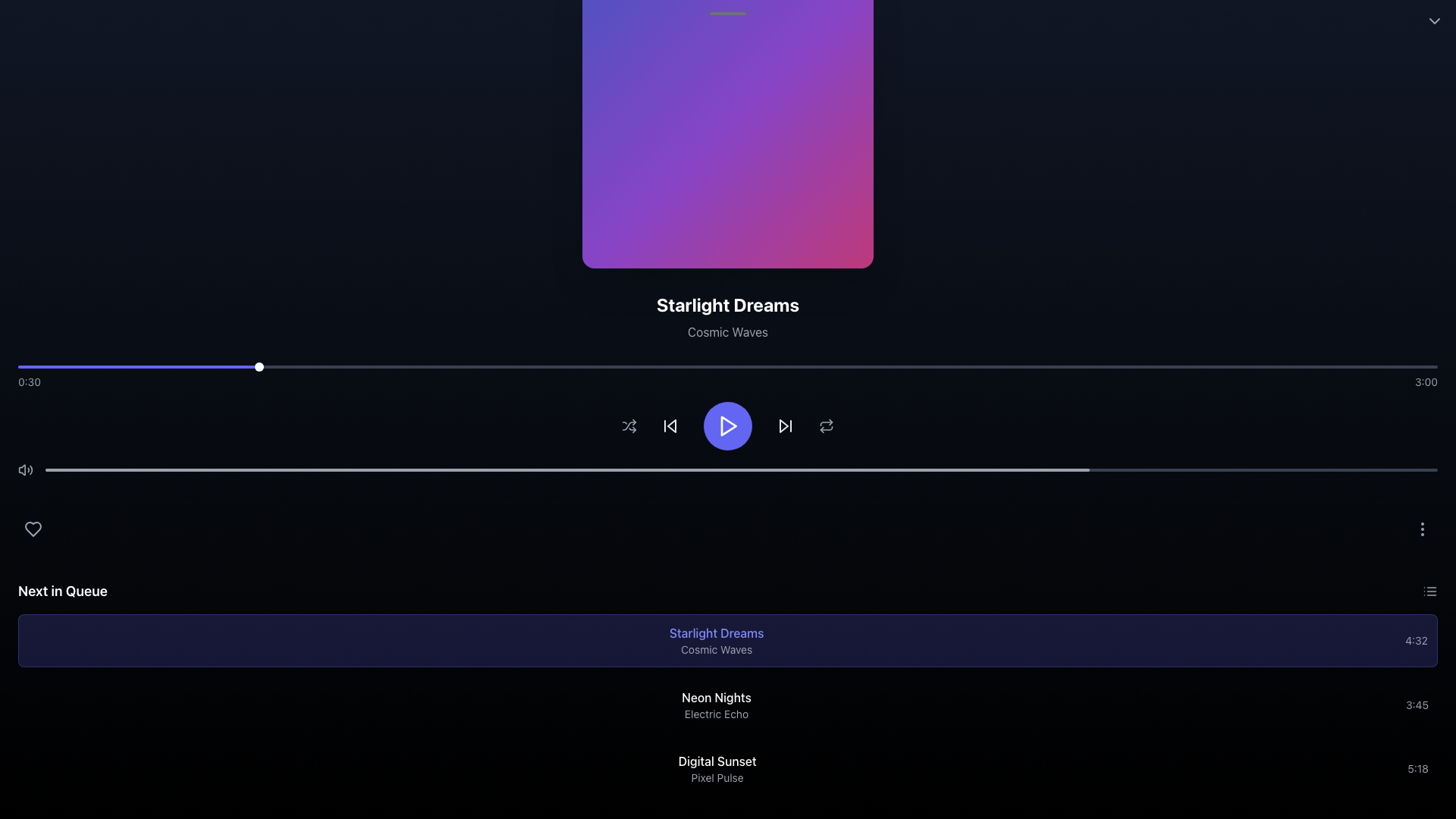 The width and height of the screenshot is (1456, 819). Describe the element at coordinates (33, 529) in the screenshot. I see `the heart-shaped icon located beneath the primary playback controls, aligned towards the bottom-left corner of the interface, just before the 'Next in Queue' section` at that location.